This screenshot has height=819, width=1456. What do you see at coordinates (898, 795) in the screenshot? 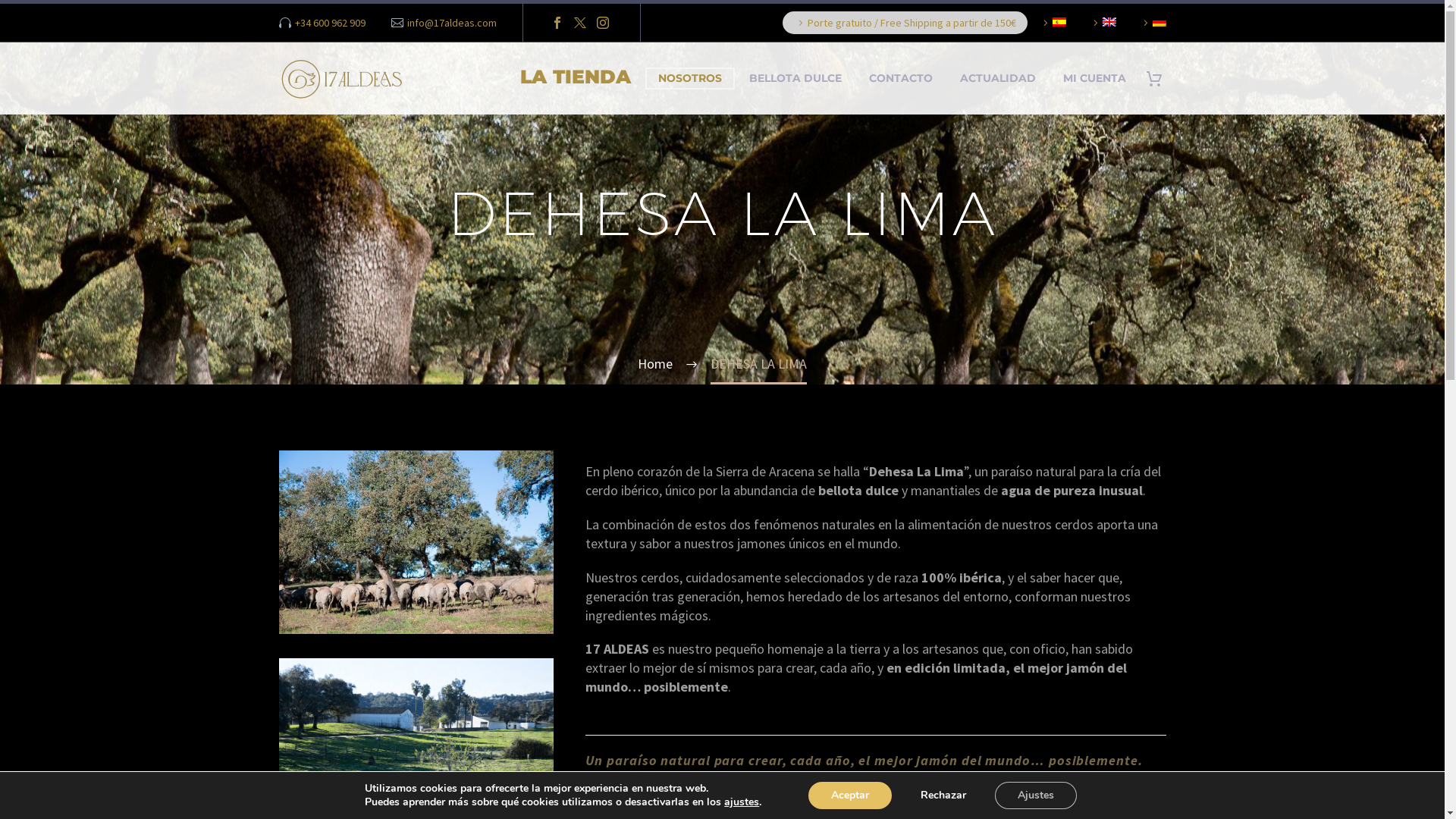
I see `'Rechazar'` at bounding box center [898, 795].